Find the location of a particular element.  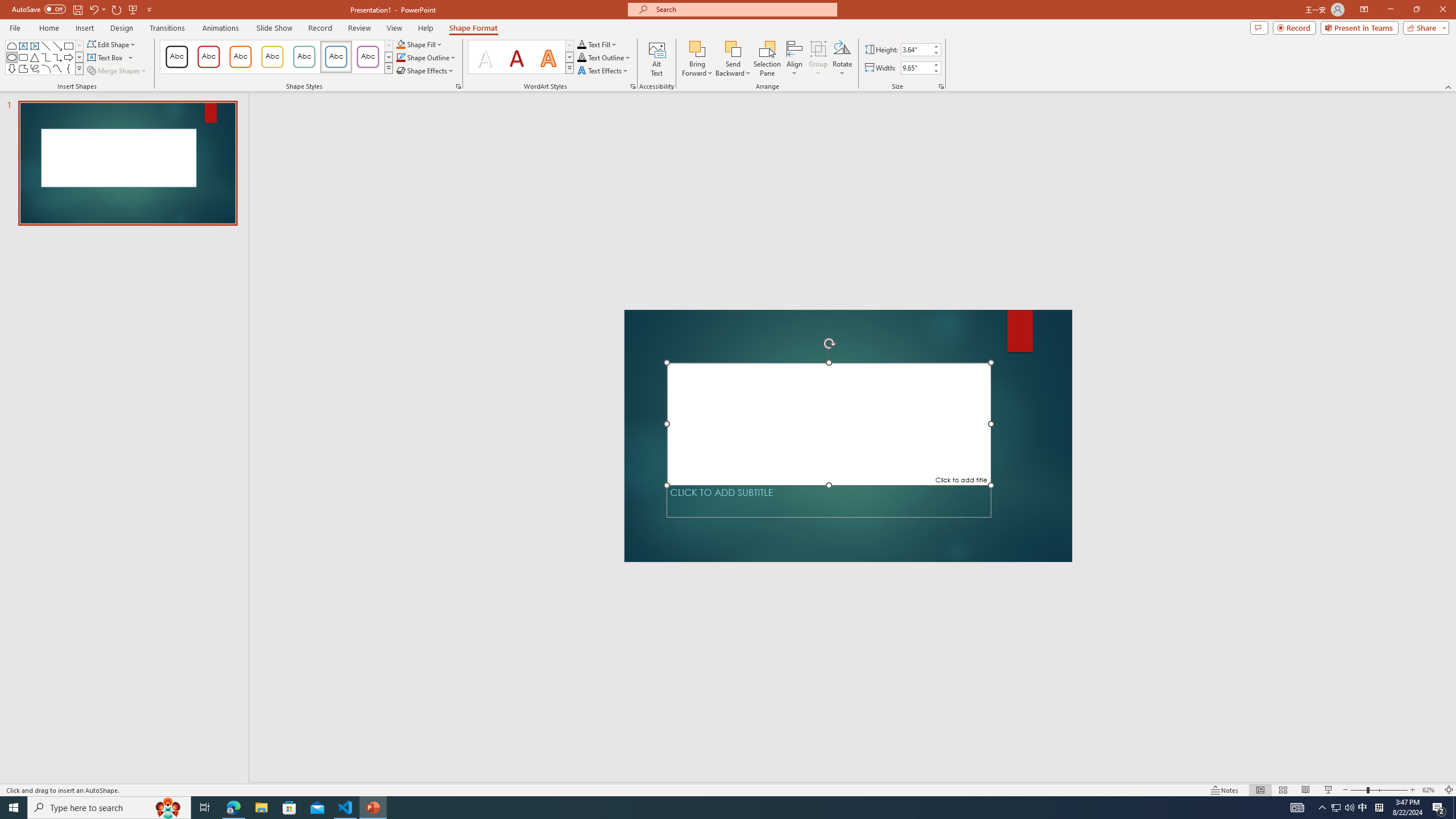

'Shape Outline No Outline' is located at coordinates (401, 56).